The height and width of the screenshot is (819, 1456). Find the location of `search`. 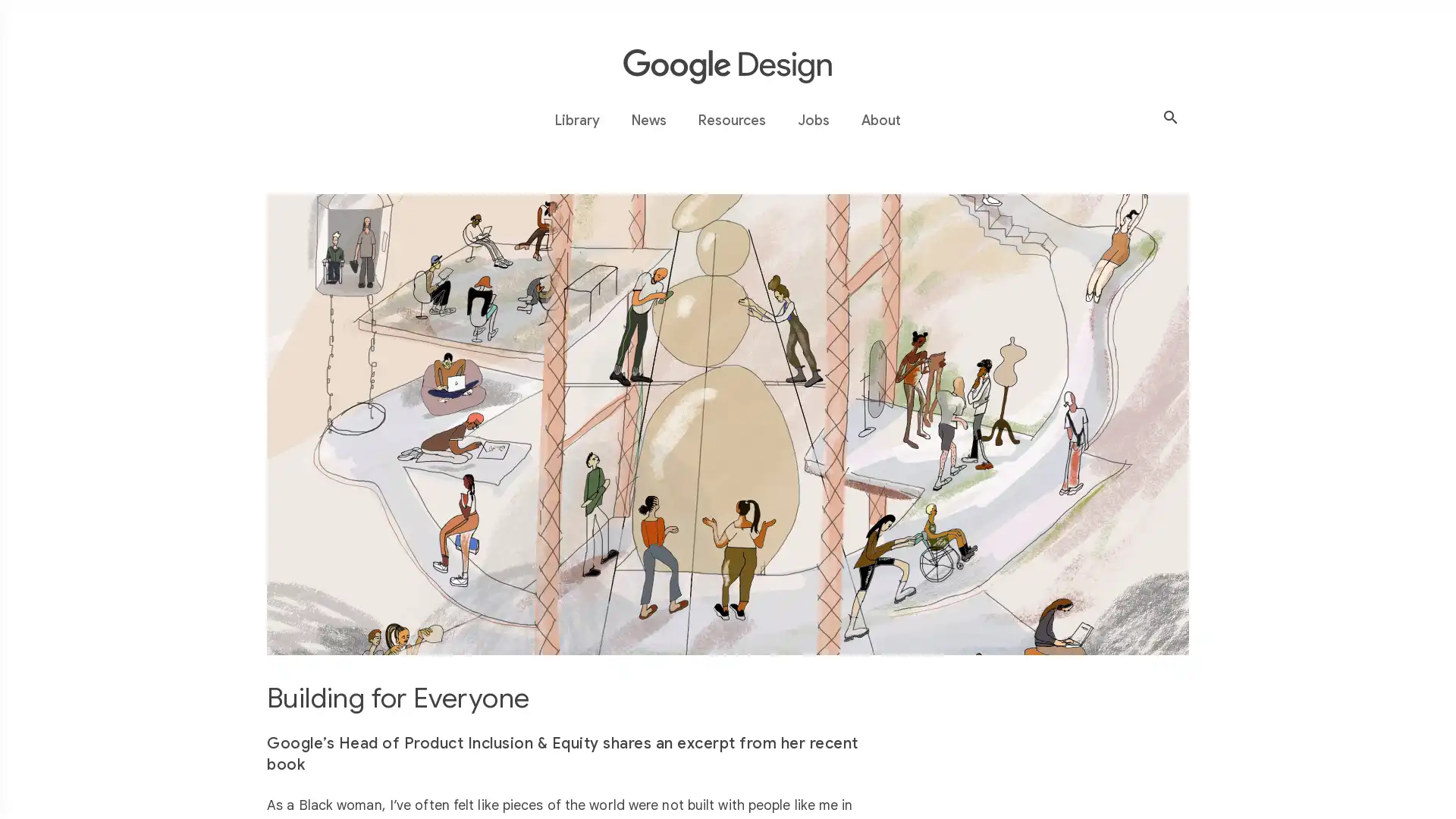

search is located at coordinates (510, 120).